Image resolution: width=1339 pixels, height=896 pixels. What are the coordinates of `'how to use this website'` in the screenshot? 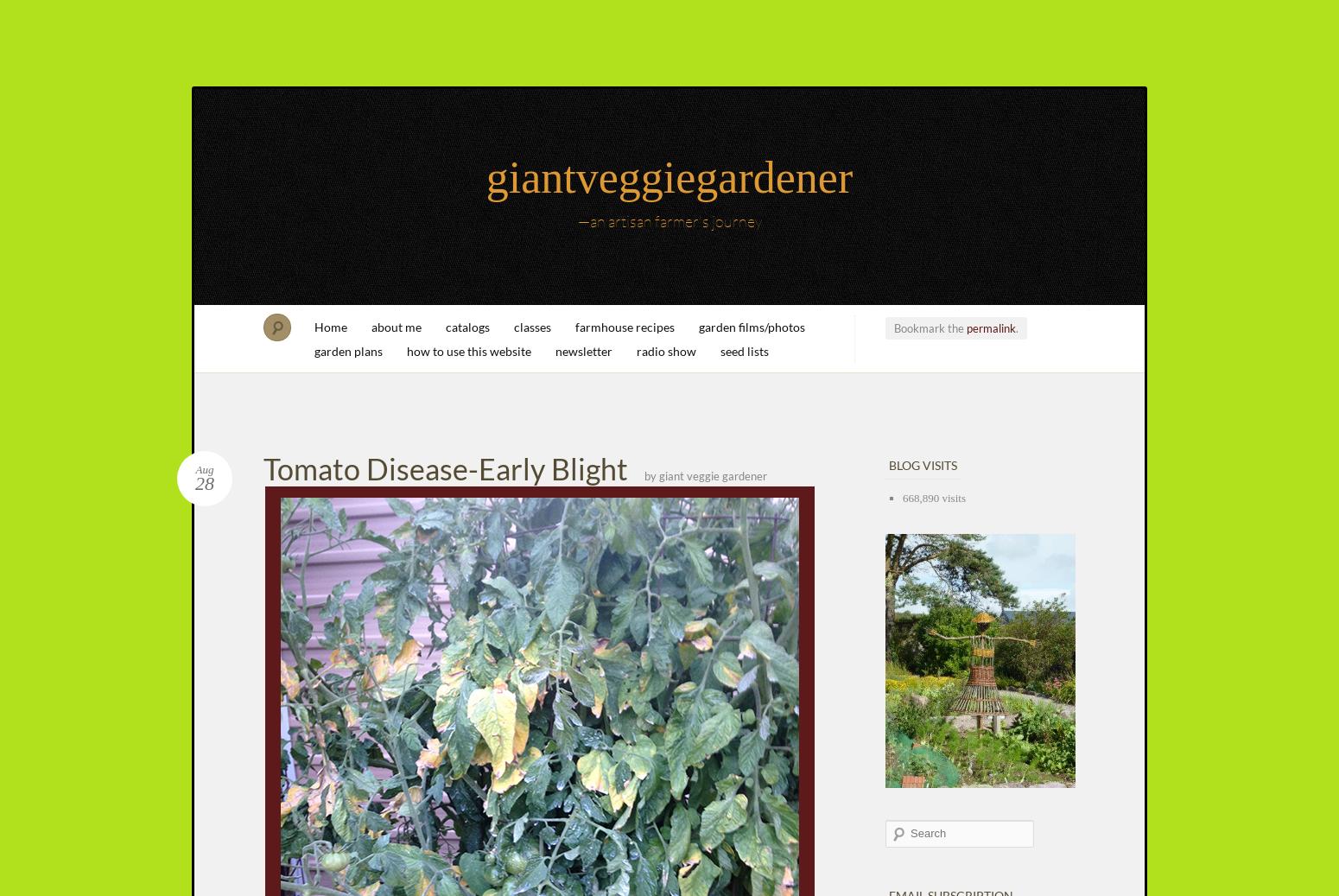 It's located at (406, 350).